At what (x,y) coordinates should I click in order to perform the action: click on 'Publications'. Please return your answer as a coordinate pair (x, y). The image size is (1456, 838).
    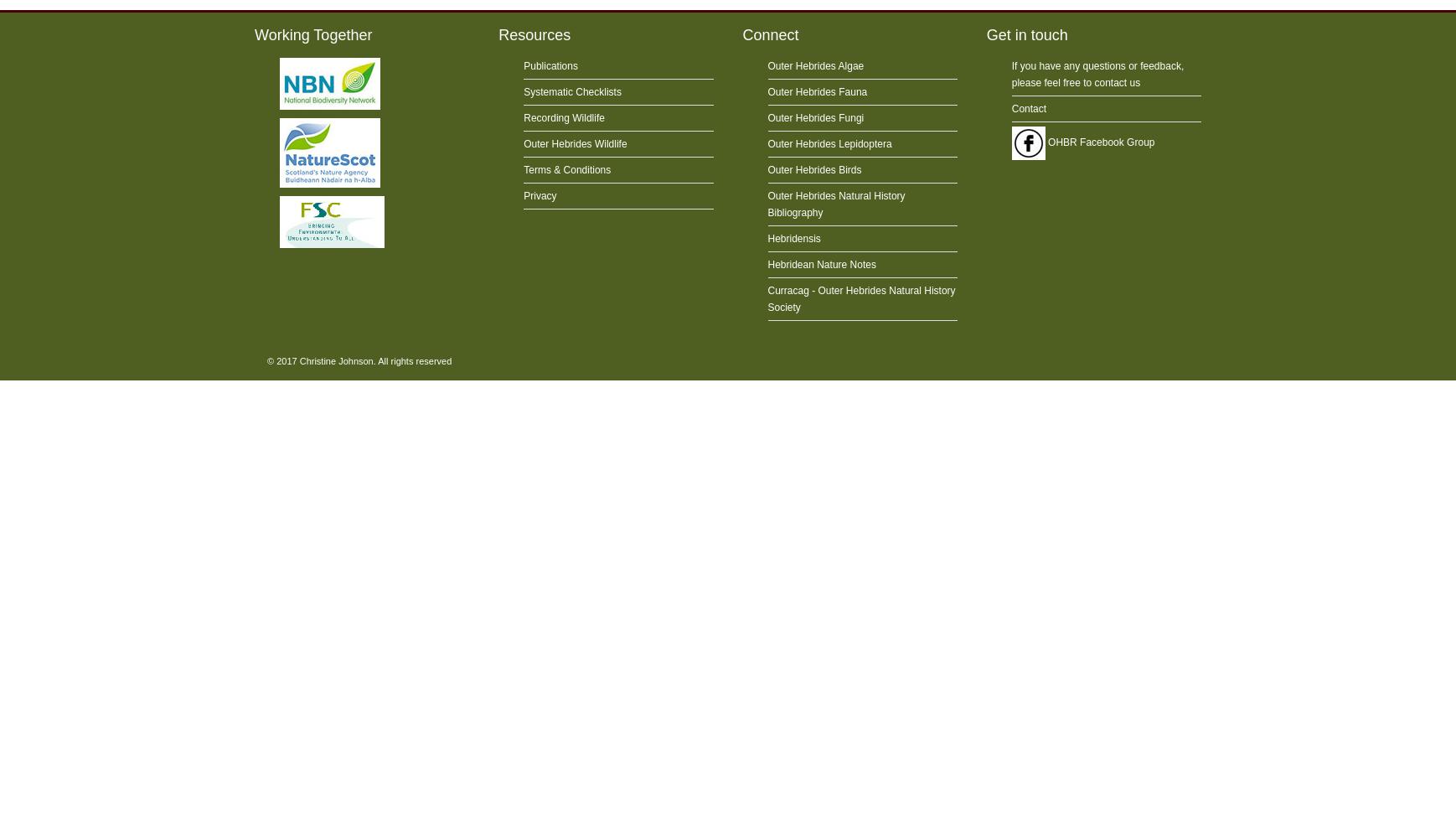
    Looking at the image, I should click on (550, 65).